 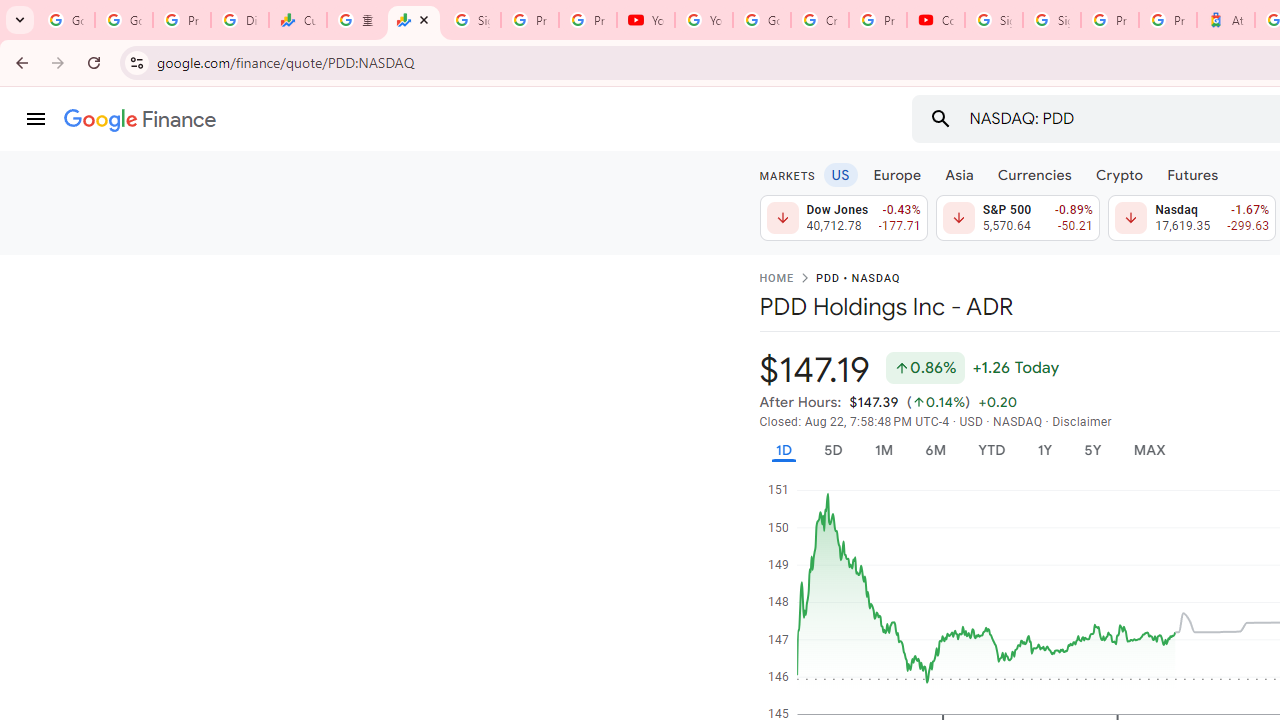 What do you see at coordinates (896, 173) in the screenshot?
I see `'Europe'` at bounding box center [896, 173].